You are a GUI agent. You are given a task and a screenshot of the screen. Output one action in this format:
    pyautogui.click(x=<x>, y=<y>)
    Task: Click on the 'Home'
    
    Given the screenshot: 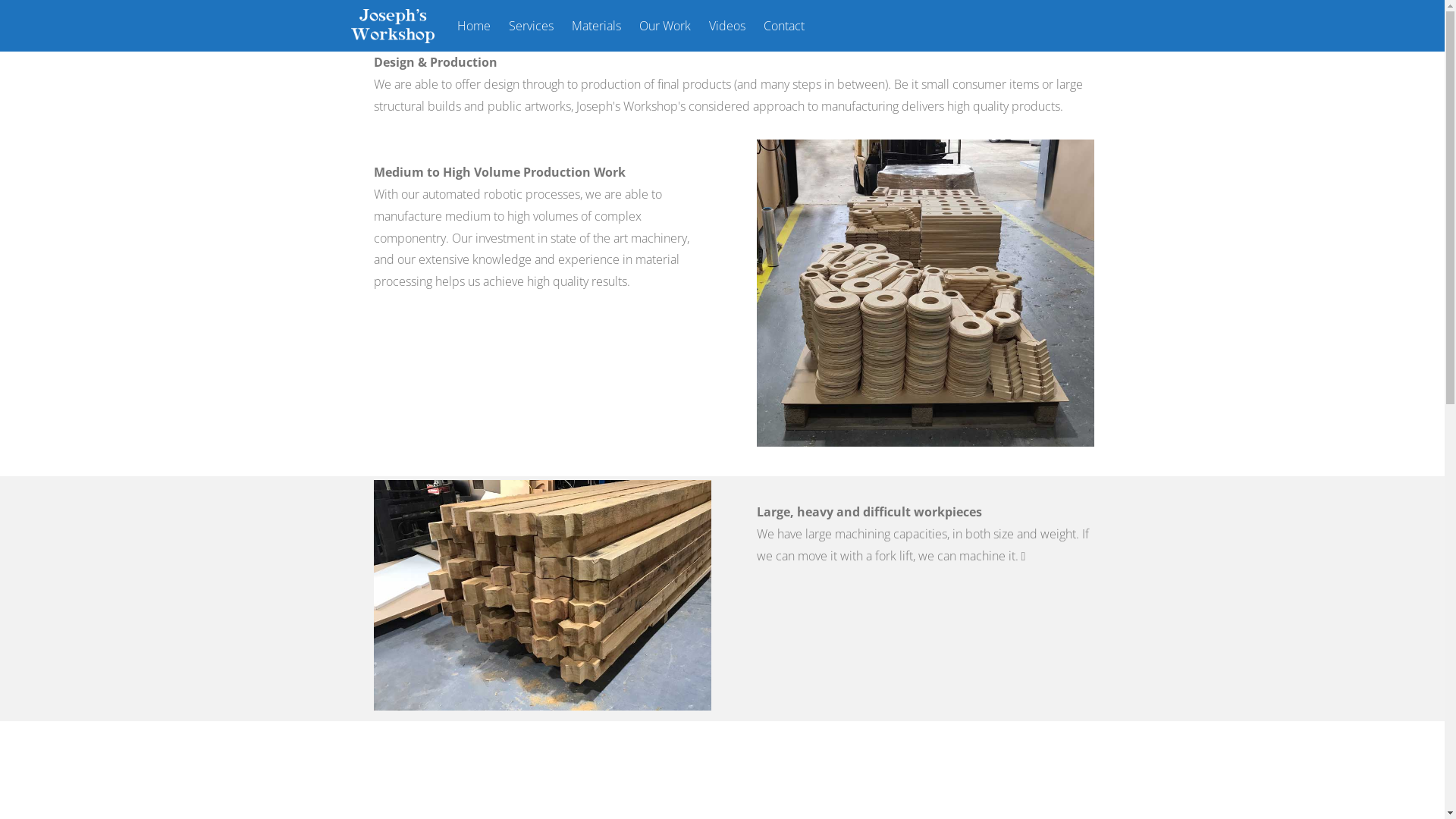 What is the action you would take?
    pyautogui.click(x=472, y=26)
    